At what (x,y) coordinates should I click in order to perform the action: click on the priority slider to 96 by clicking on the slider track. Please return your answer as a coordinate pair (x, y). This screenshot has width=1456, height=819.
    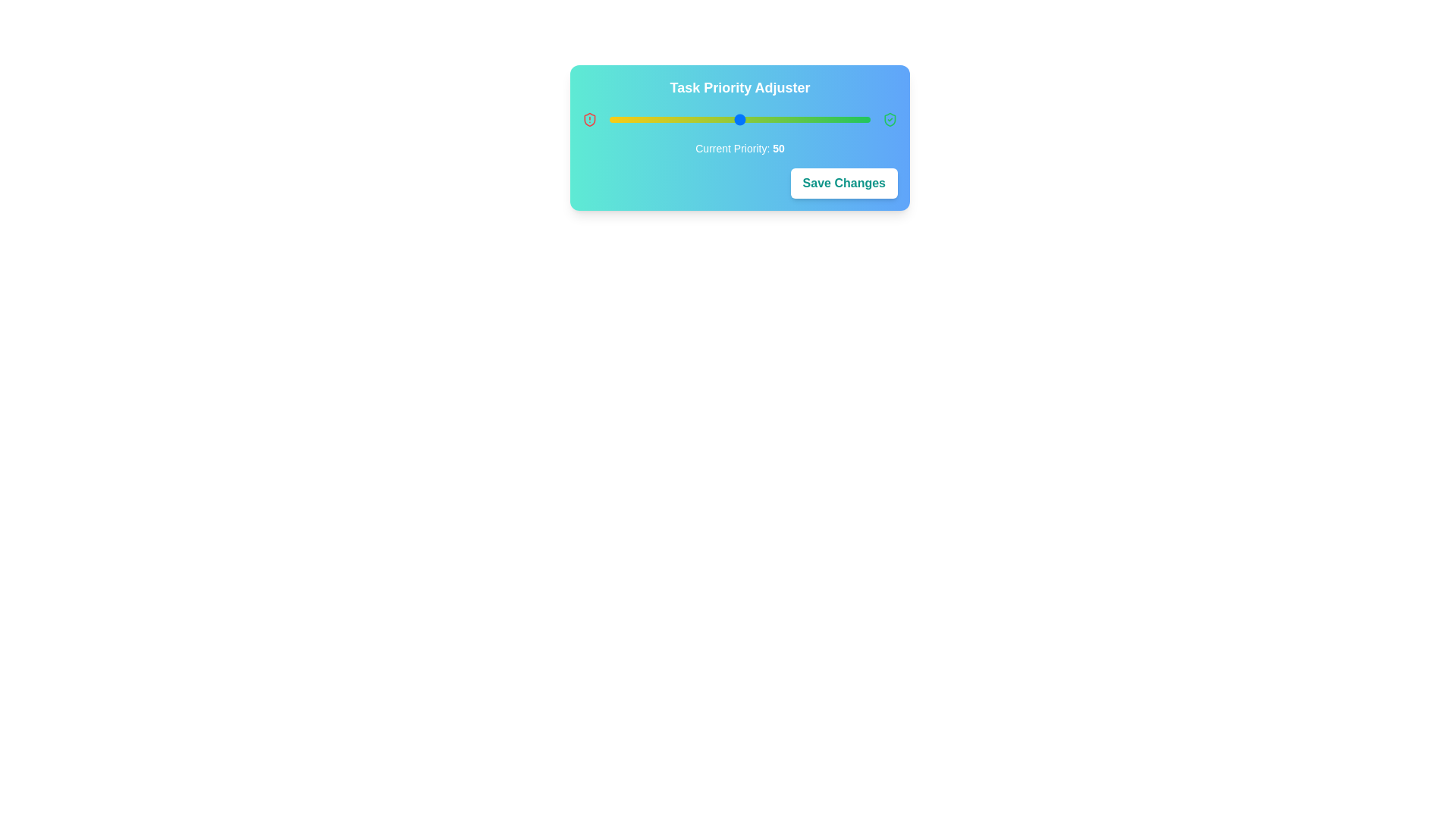
    Looking at the image, I should click on (860, 119).